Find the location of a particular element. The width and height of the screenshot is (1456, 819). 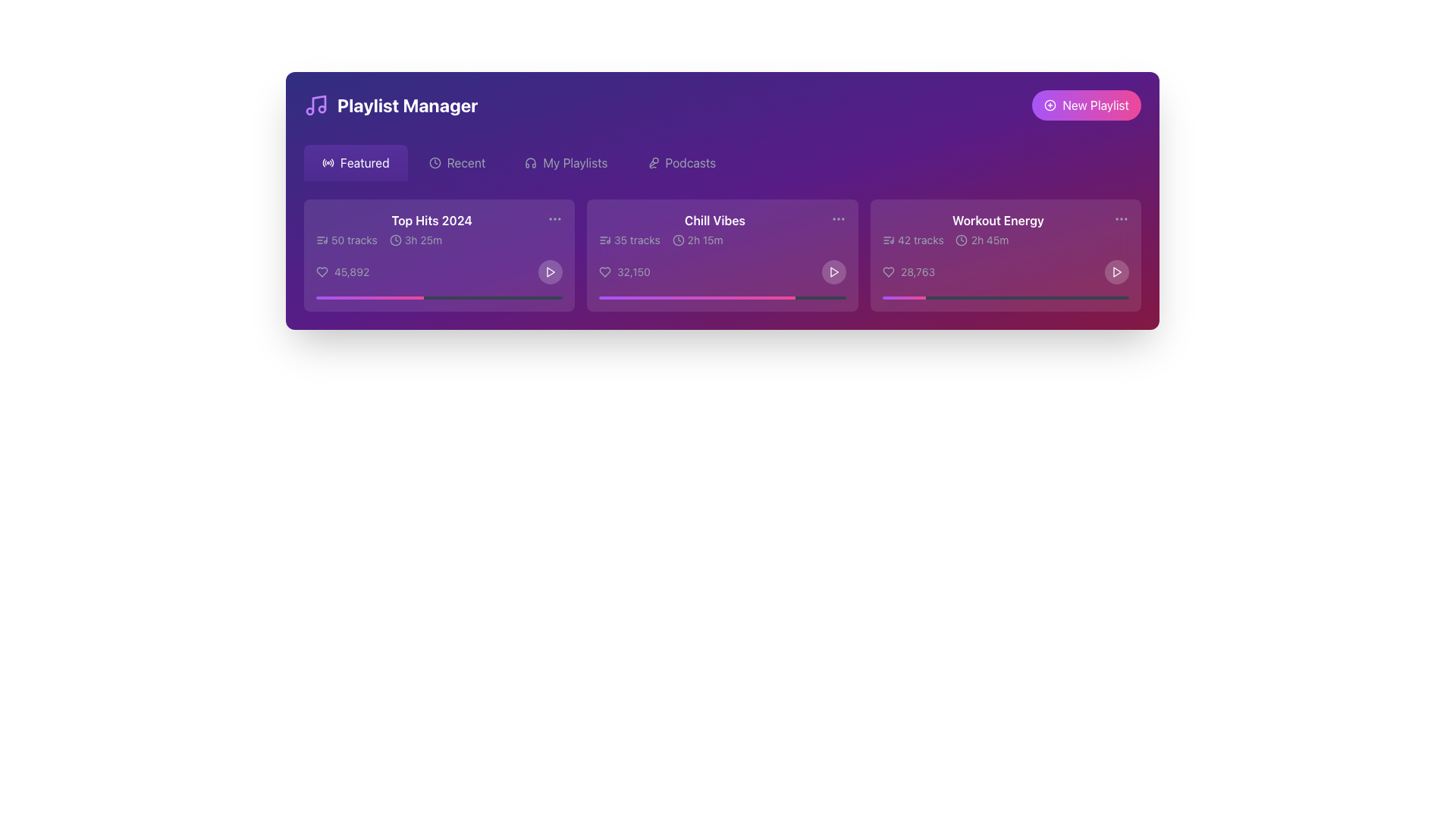

the 'Workout Energy' playlist information text label located in the third card from the left within the 'Playlist Manager' interface, positioned towards the top-right corner of its card is located at coordinates (998, 230).